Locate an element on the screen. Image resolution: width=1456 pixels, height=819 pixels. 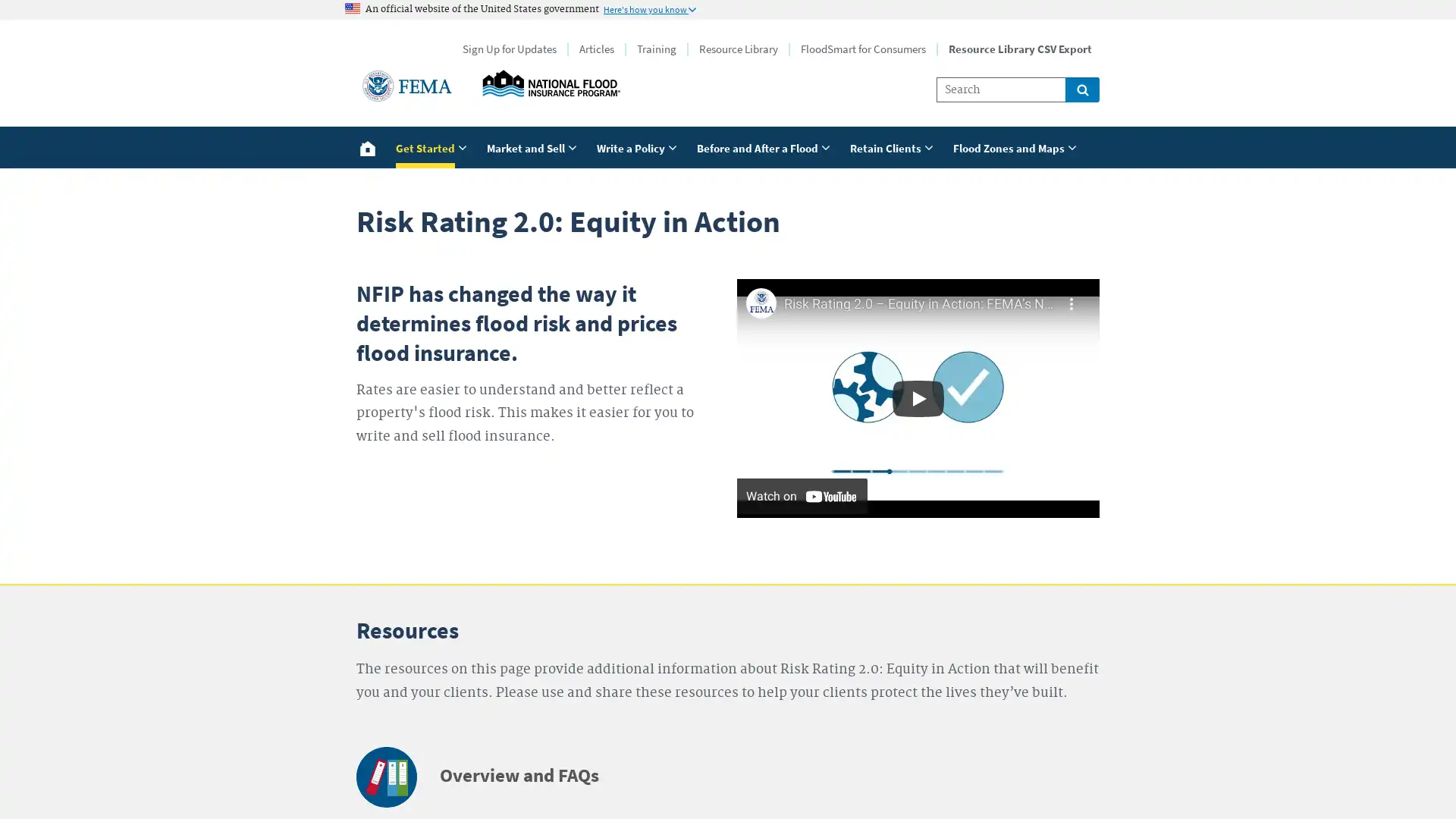
Use <enter> and shift + <enter> to open and close the drop down to sub-menus is located at coordinates (639, 146).